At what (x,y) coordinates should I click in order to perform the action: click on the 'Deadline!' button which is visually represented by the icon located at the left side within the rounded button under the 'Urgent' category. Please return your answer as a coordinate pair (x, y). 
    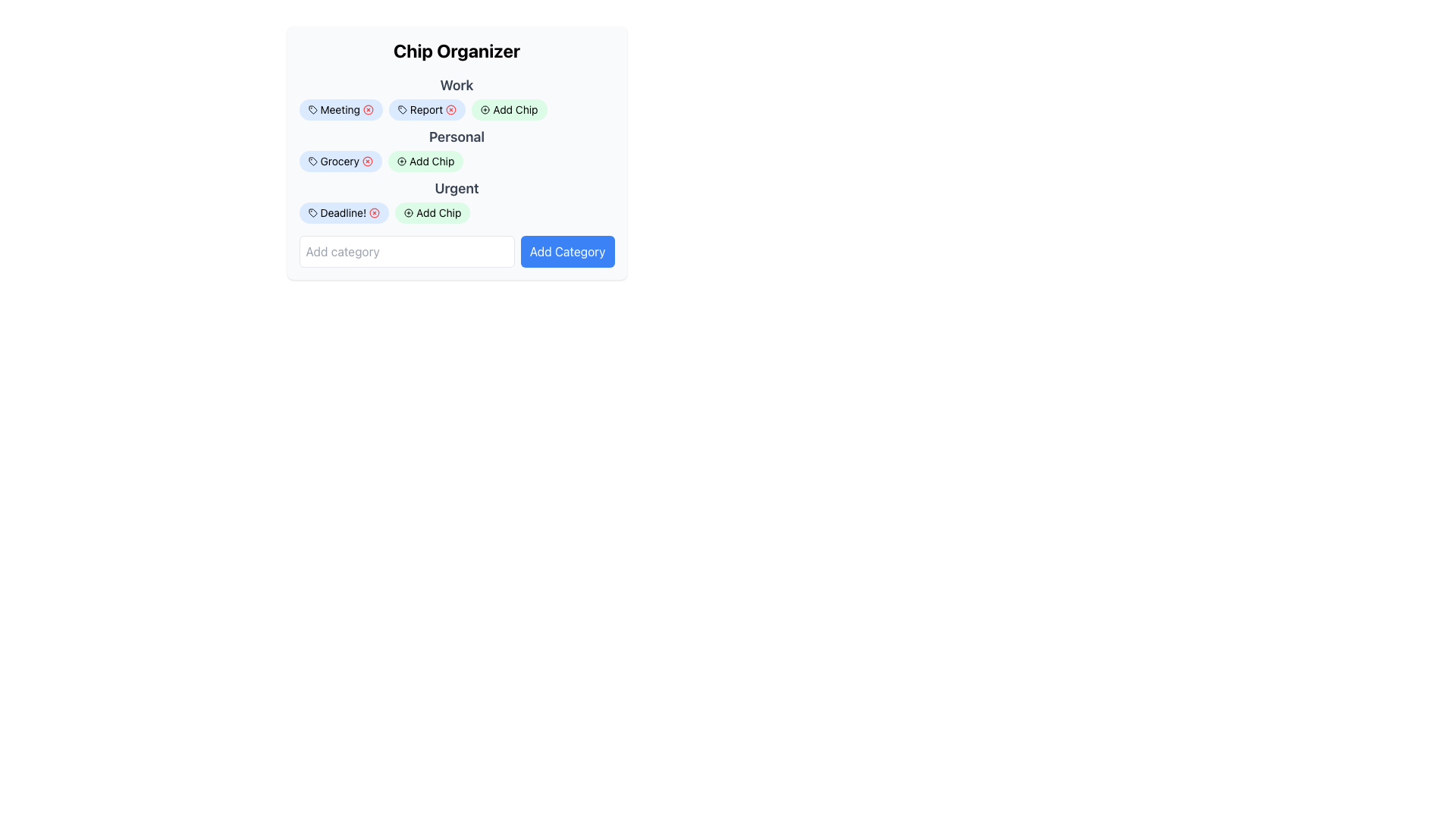
    Looking at the image, I should click on (312, 213).